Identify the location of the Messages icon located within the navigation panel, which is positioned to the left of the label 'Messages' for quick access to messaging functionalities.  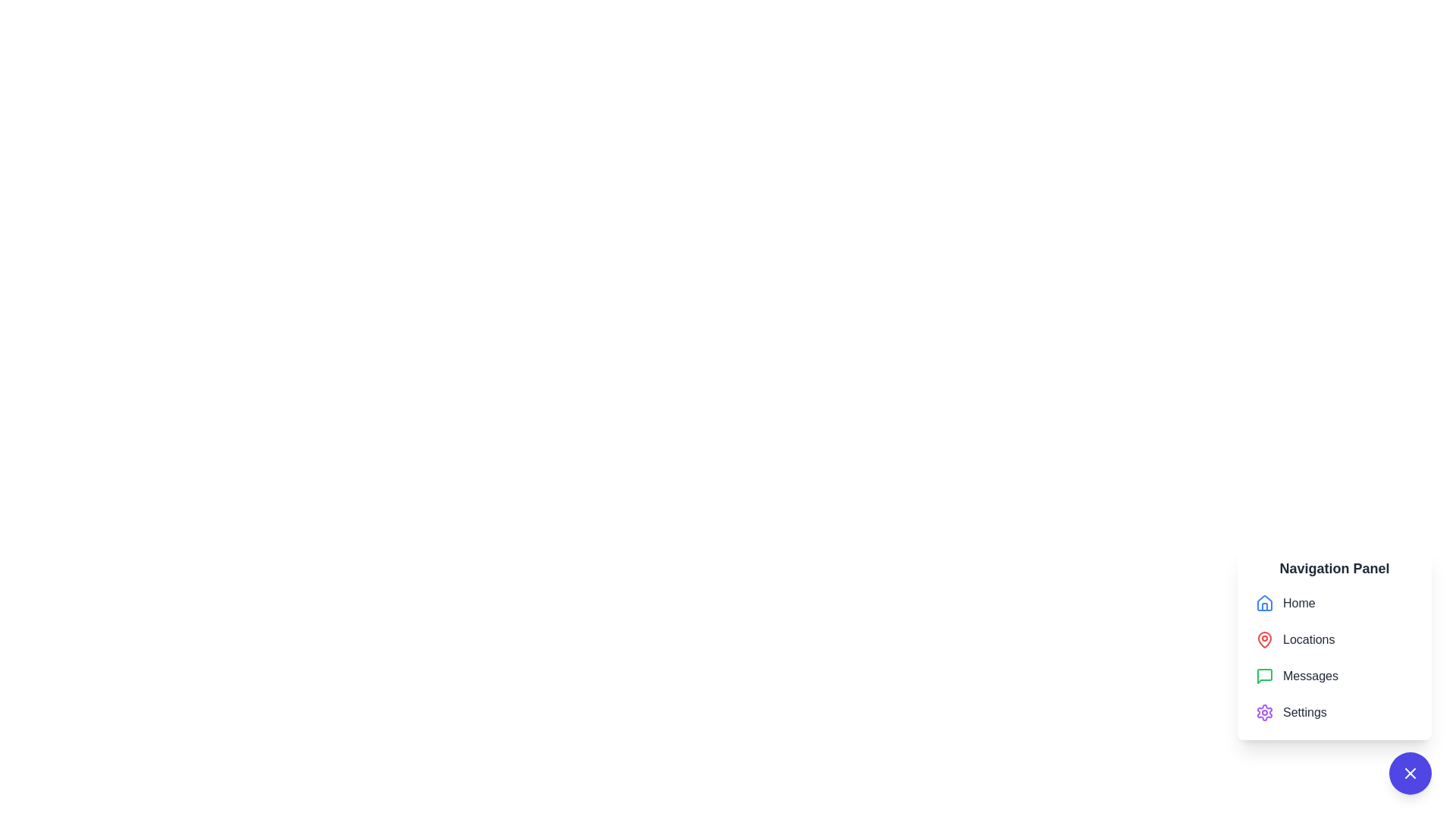
(1265, 675).